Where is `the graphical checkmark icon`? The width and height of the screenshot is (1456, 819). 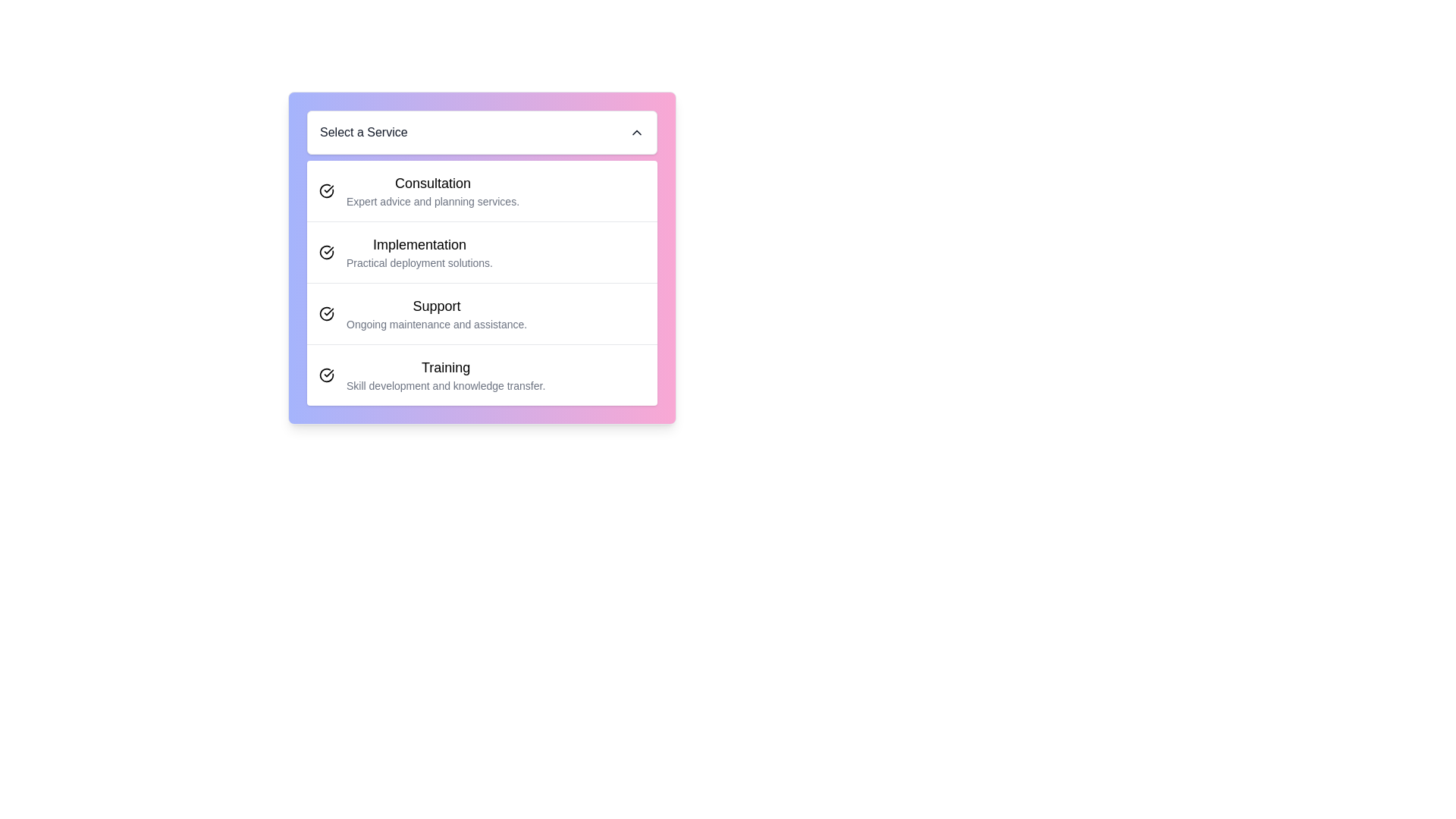
the graphical checkmark icon is located at coordinates (326, 312).